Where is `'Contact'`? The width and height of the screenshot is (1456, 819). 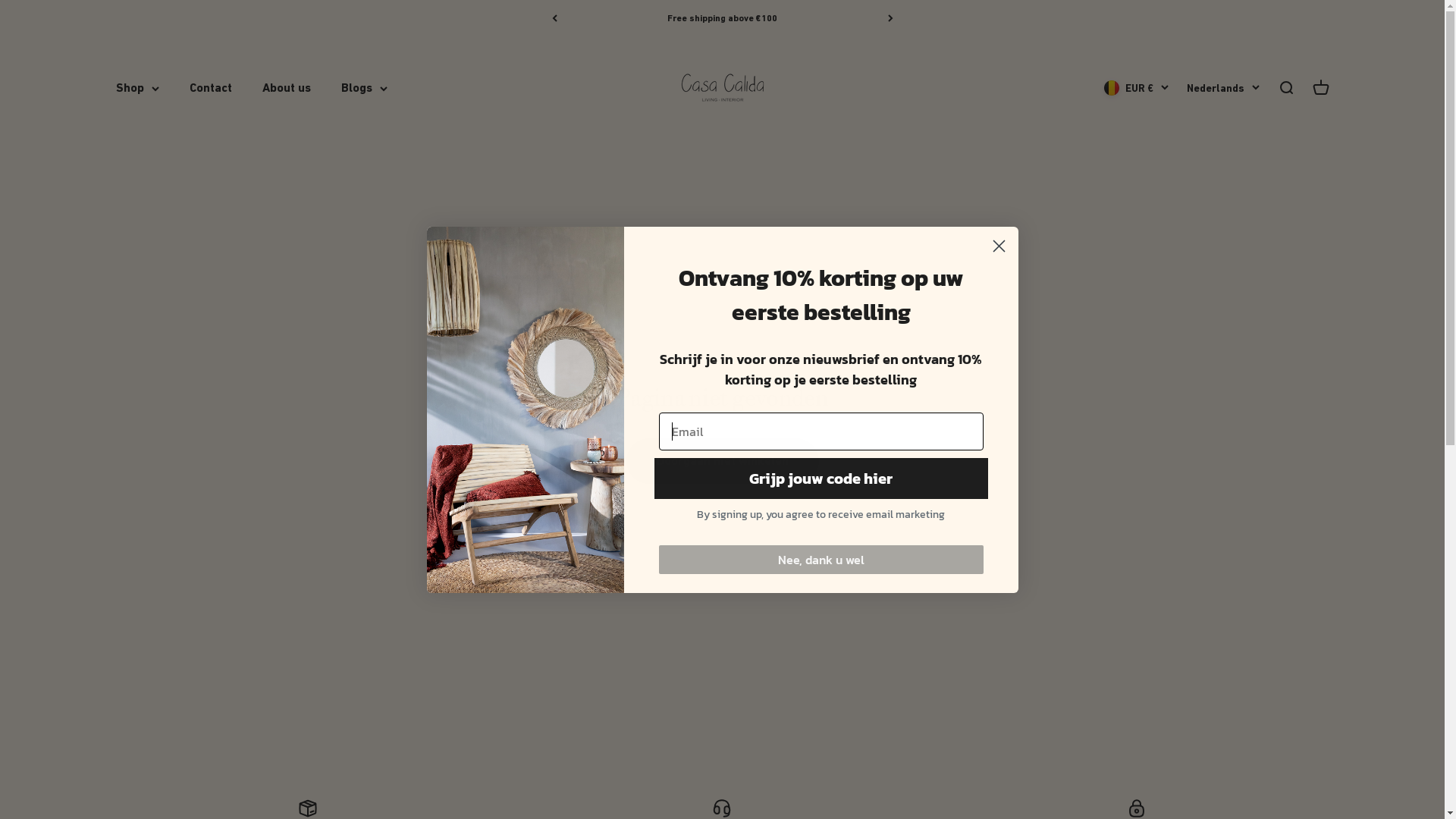
'Contact' is located at coordinates (210, 88).